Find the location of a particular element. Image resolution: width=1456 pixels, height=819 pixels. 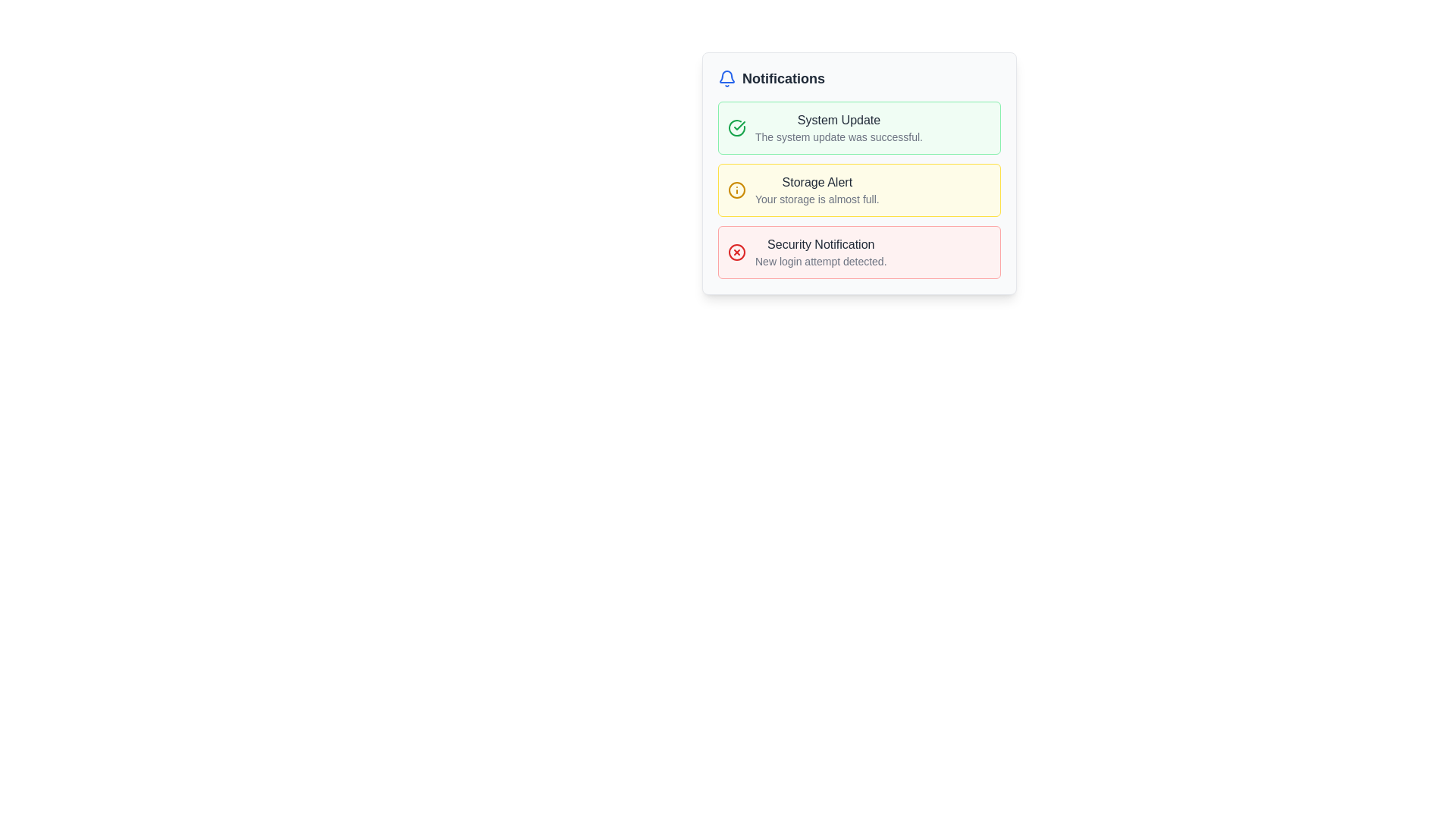

the text label that states 'The system update was successful.' located below the header 'System Update' in a green notification box is located at coordinates (838, 137).